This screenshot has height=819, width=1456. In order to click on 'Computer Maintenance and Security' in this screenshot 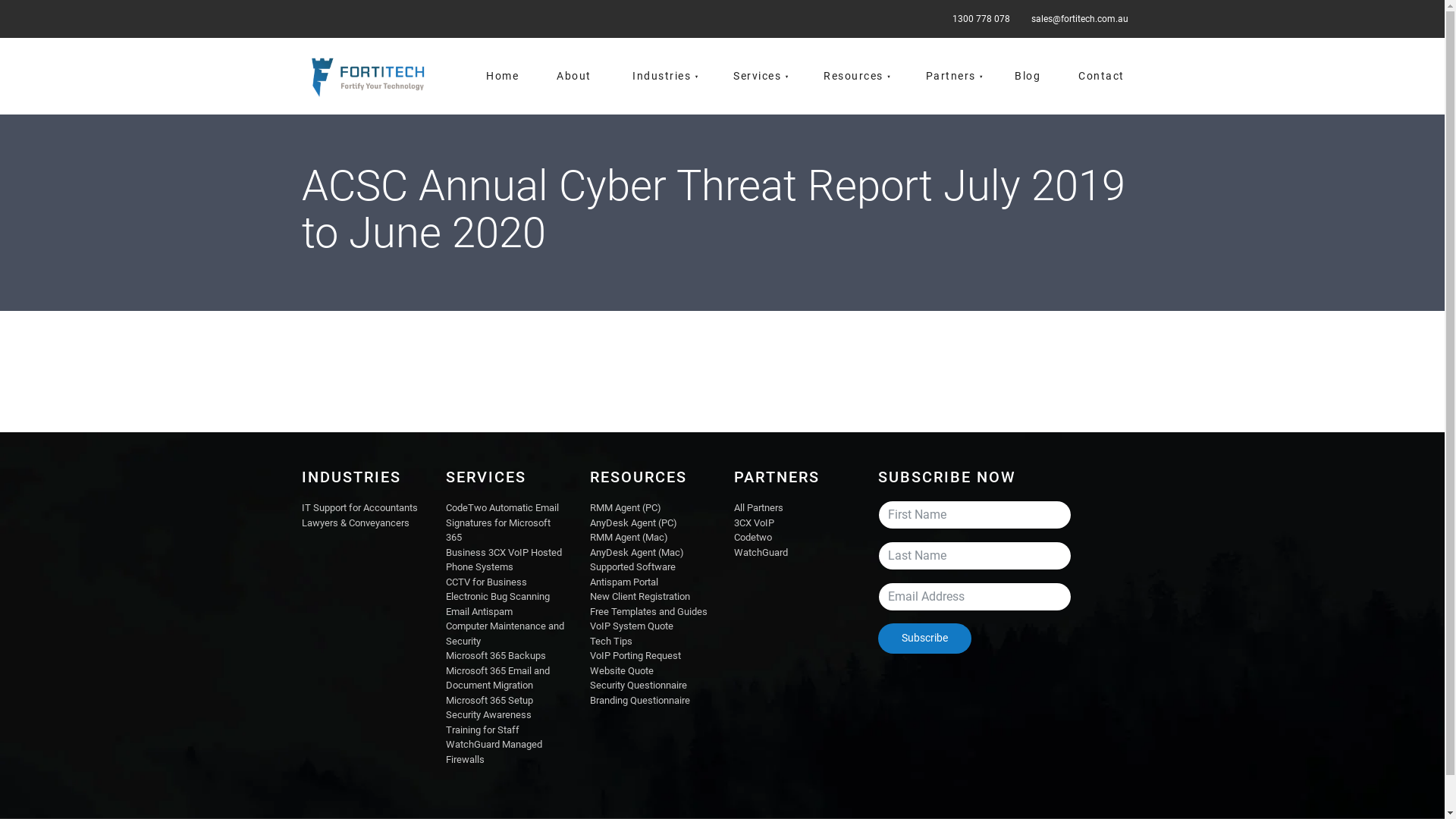, I will do `click(505, 633)`.